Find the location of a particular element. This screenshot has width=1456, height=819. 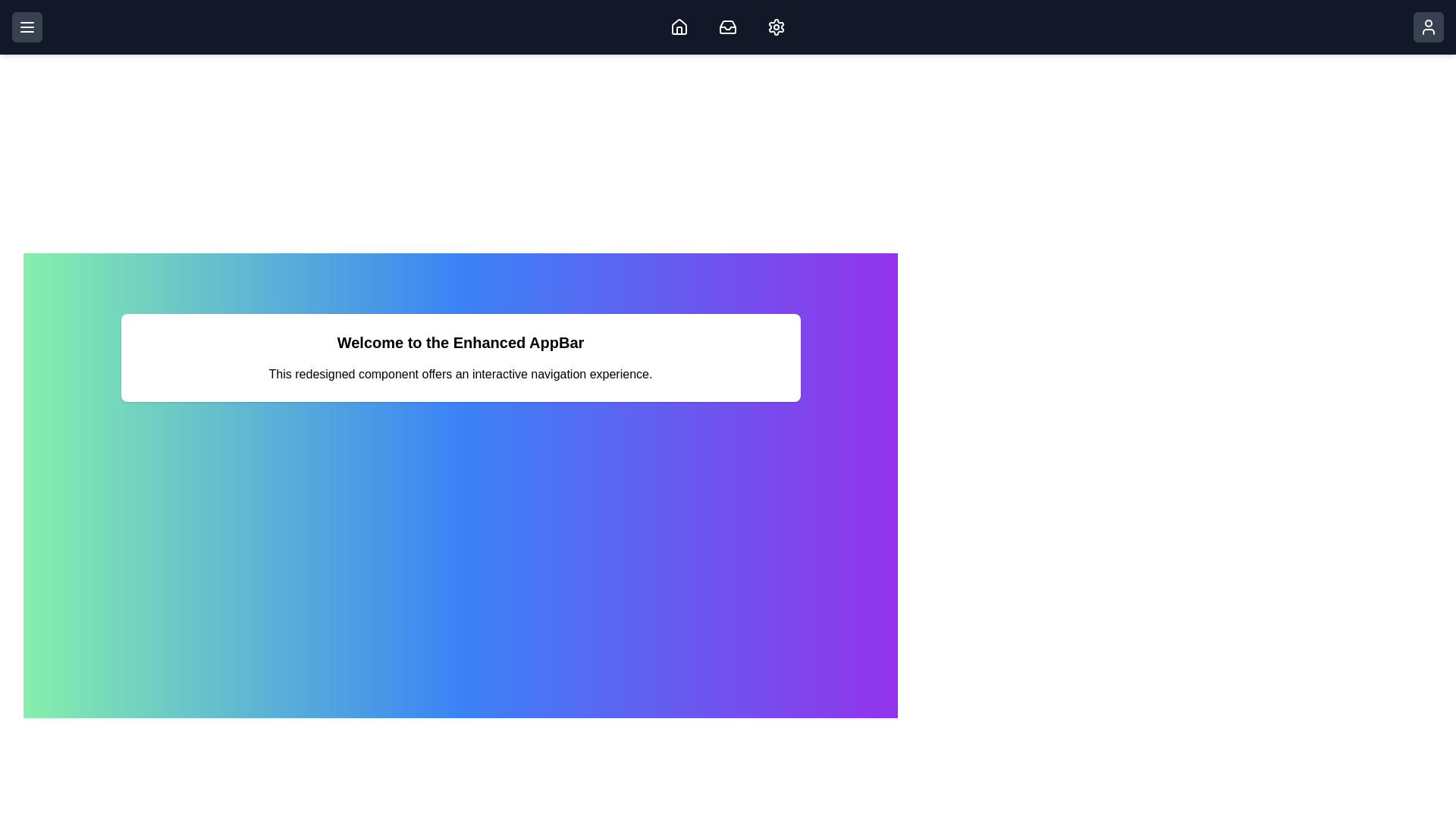

the Home icon button to navigate to the home page is located at coordinates (679, 27).